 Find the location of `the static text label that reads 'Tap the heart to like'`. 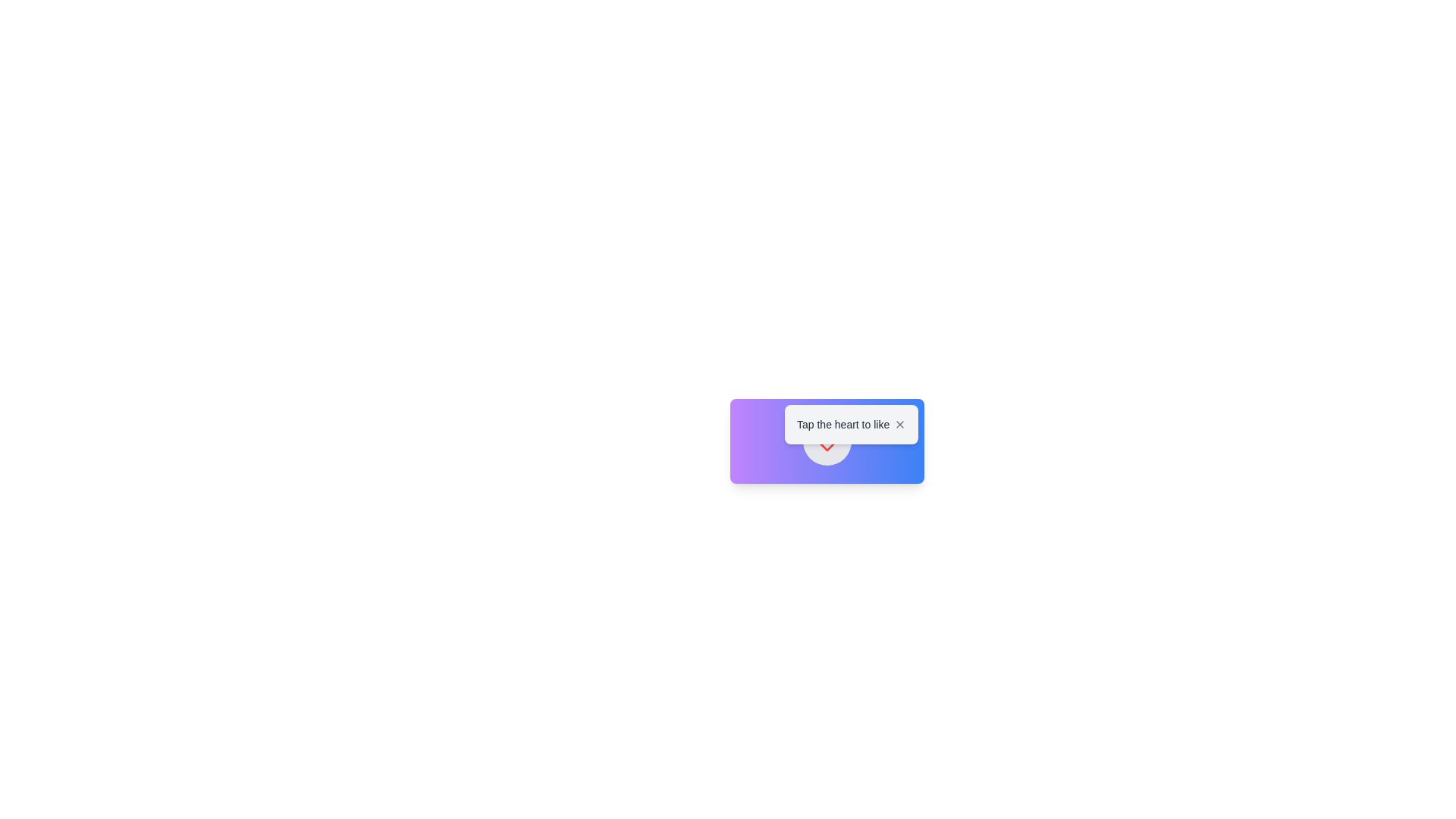

the static text label that reads 'Tap the heart to like' is located at coordinates (843, 424).